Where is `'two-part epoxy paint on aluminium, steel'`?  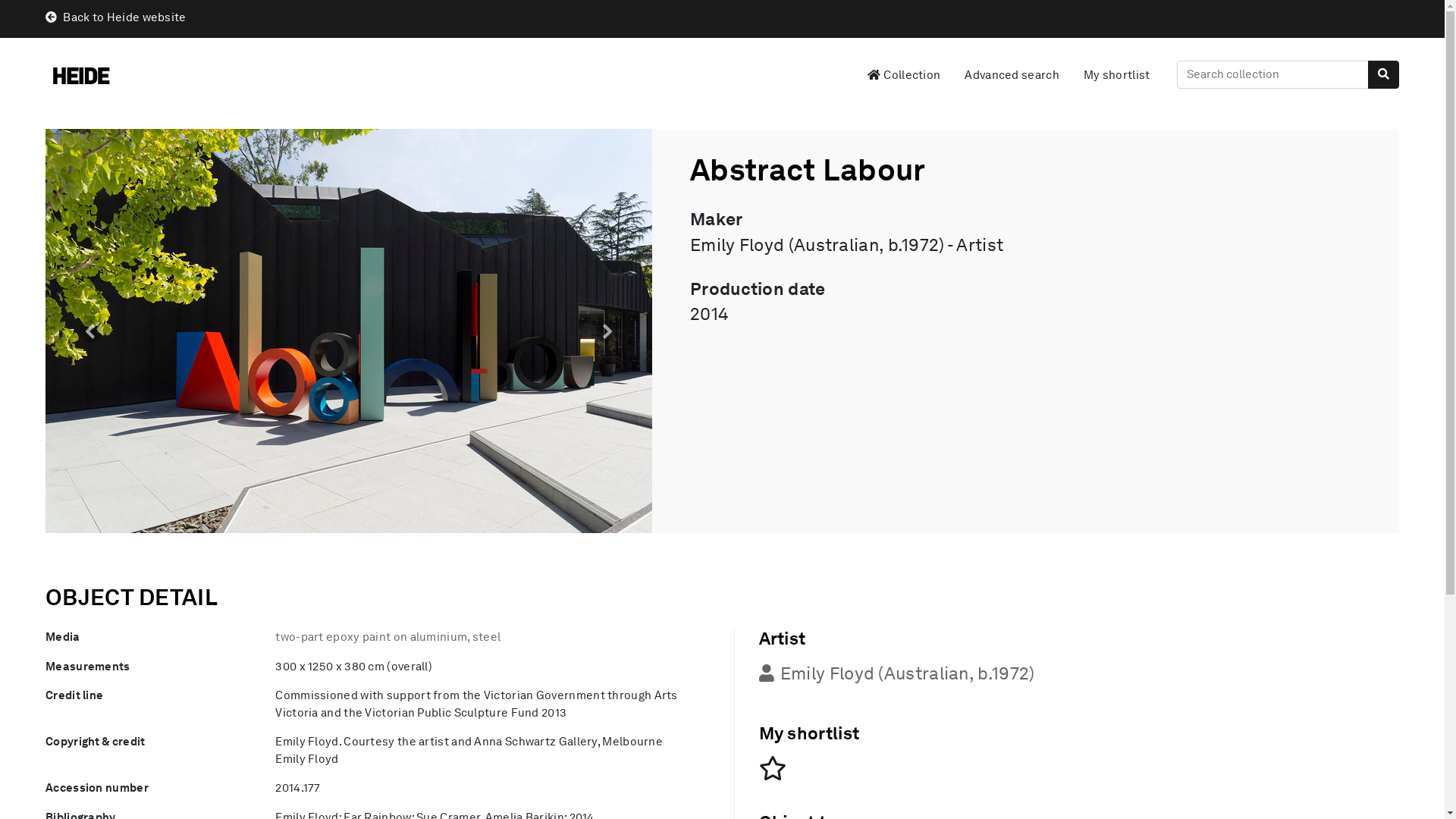
'two-part epoxy paint on aluminium, steel' is located at coordinates (388, 637).